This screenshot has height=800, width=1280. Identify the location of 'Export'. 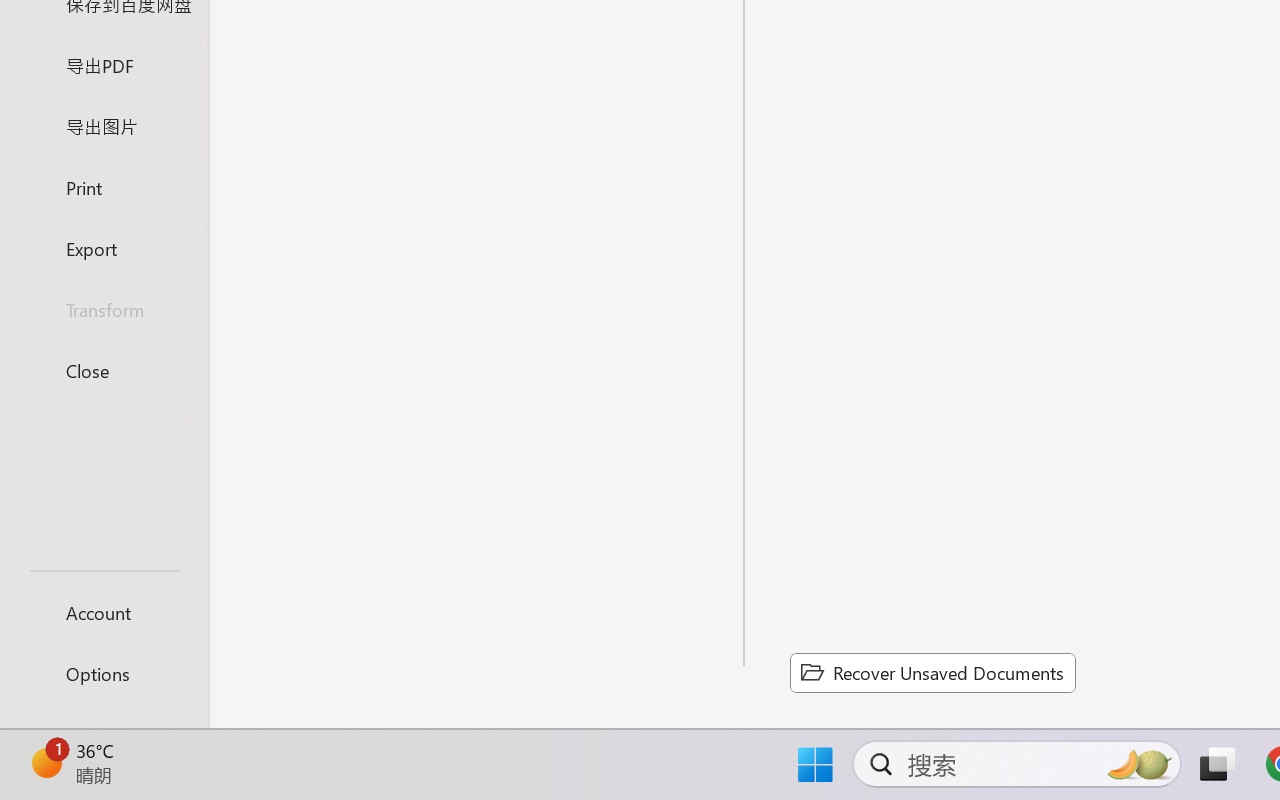
(103, 247).